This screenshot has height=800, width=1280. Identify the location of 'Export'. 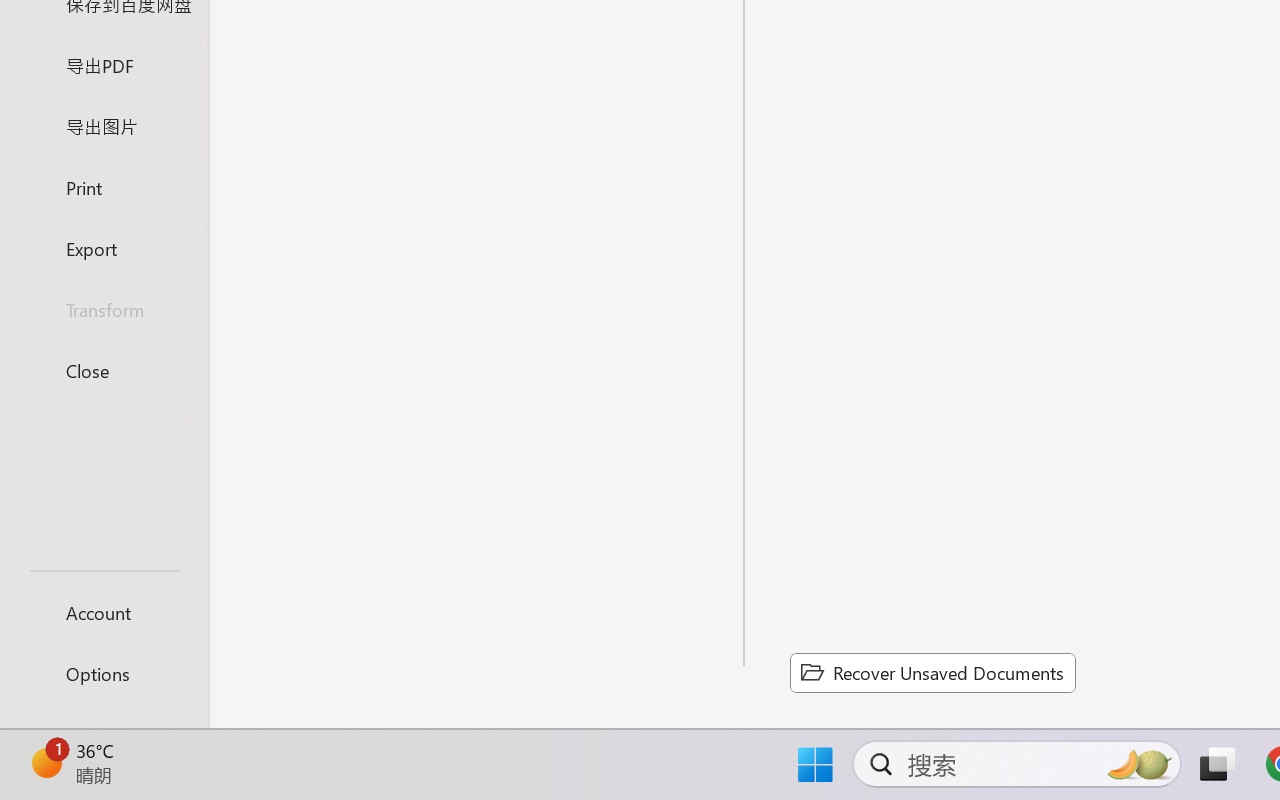
(103, 247).